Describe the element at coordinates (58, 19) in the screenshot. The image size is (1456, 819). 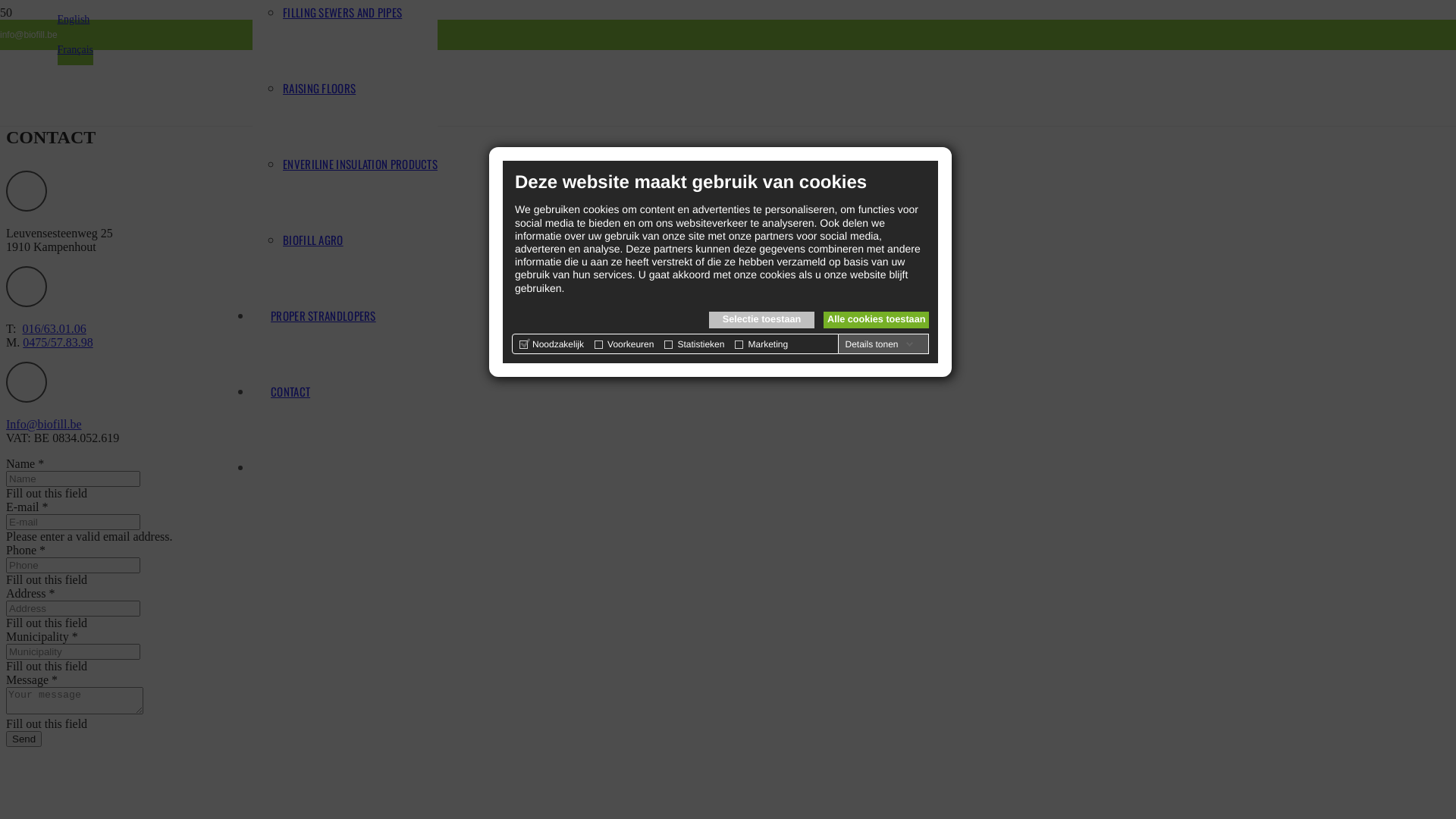
I see `'English'` at that location.